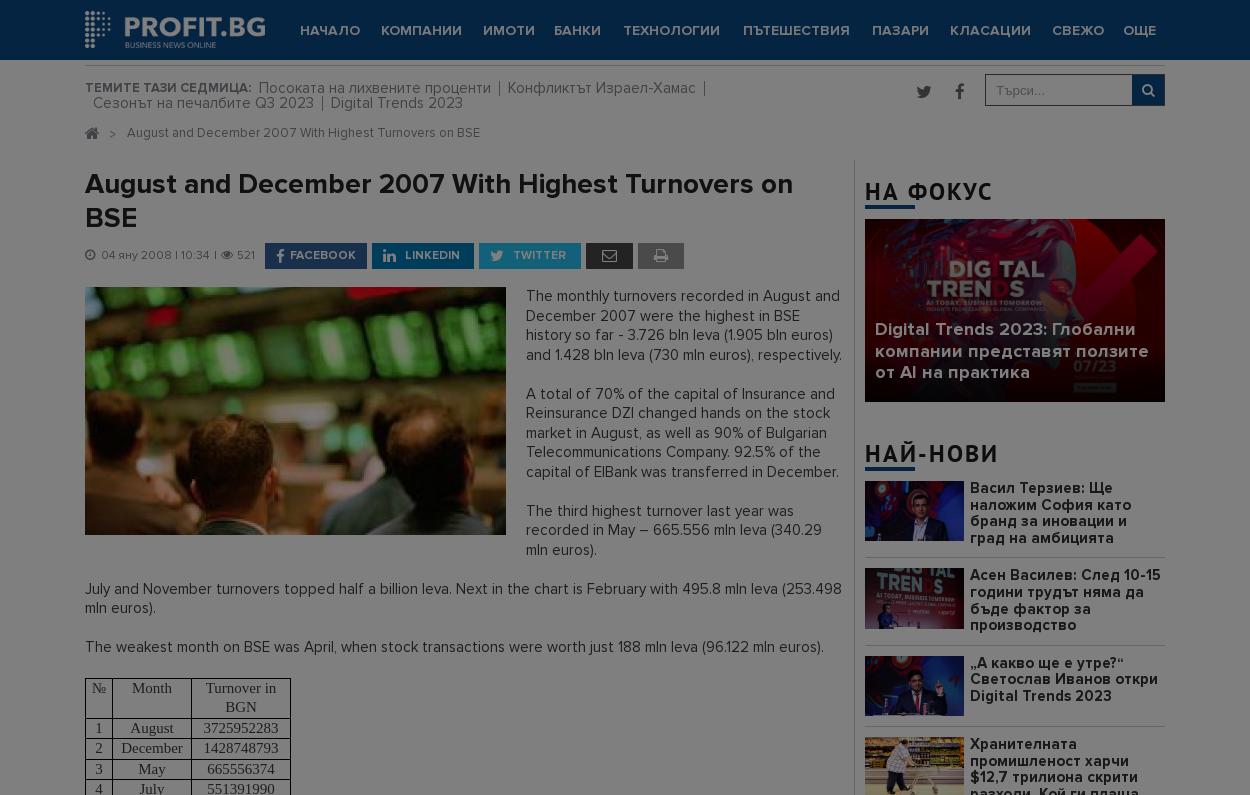 This screenshot has height=795, width=1250. Describe the element at coordinates (97, 767) in the screenshot. I see `'3'` at that location.